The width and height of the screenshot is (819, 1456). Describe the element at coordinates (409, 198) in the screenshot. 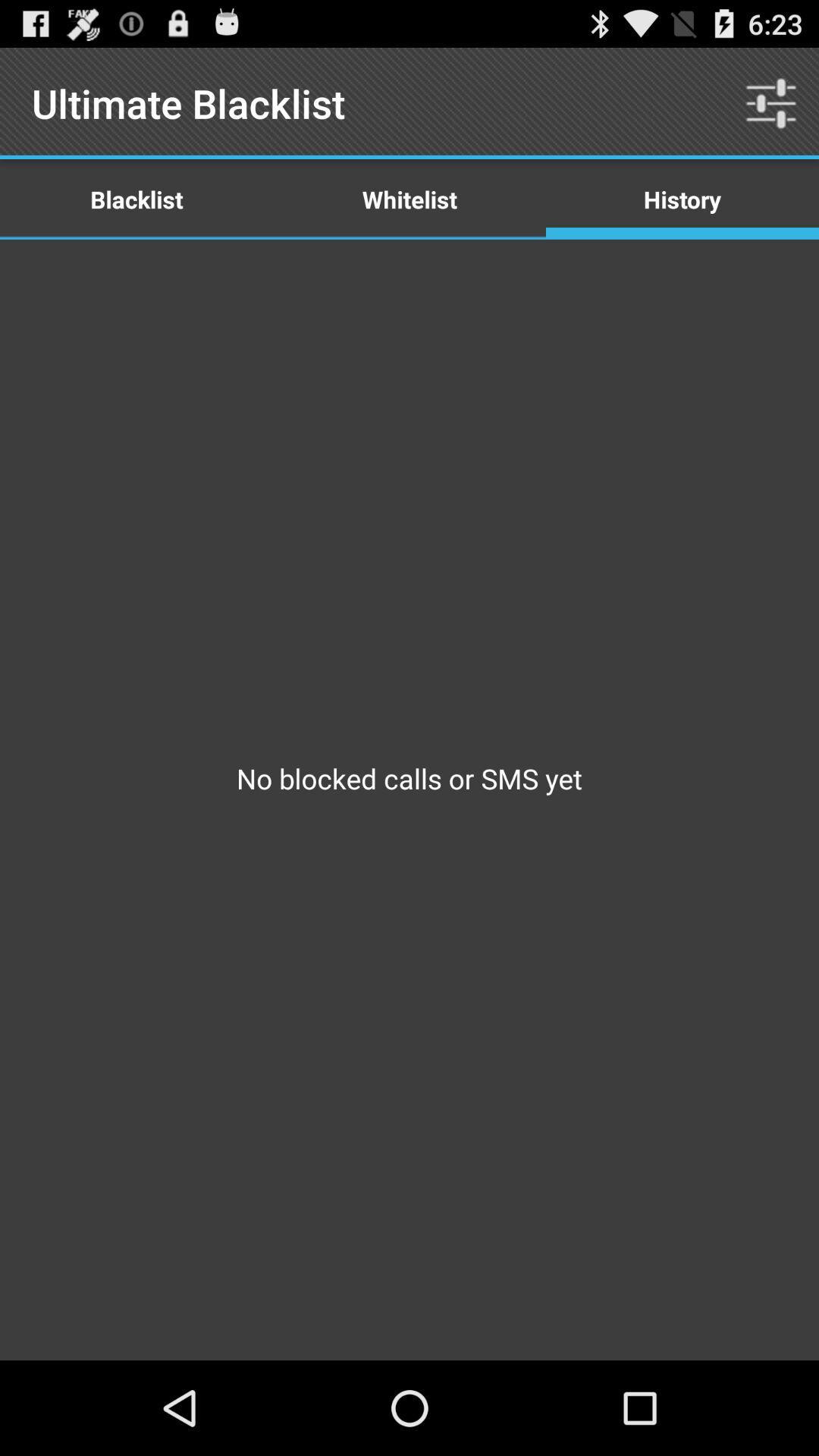

I see `the whitelist item` at that location.